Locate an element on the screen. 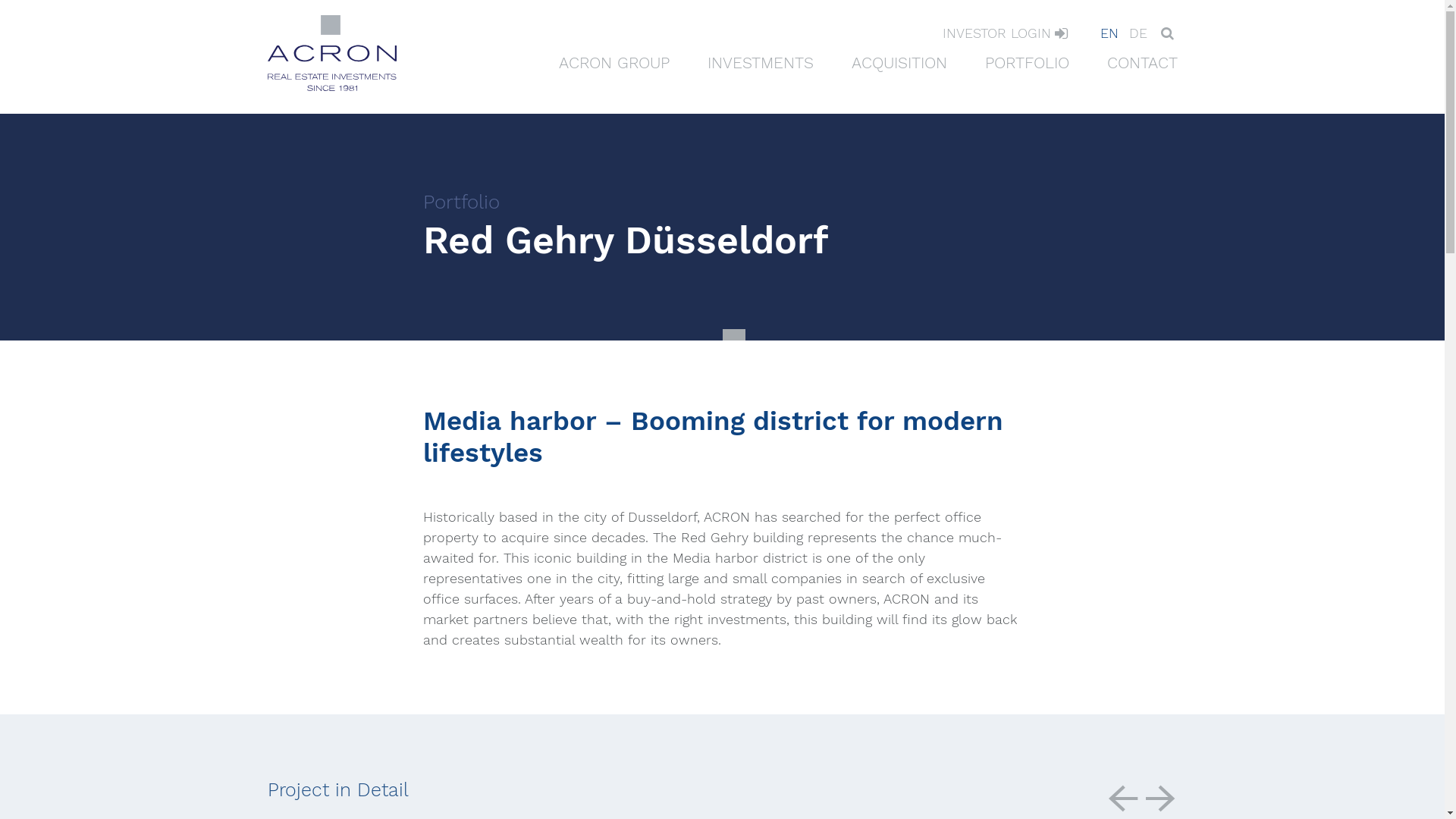 The height and width of the screenshot is (819, 1456). 'INVESTOR LOGIN' is located at coordinates (1000, 34).